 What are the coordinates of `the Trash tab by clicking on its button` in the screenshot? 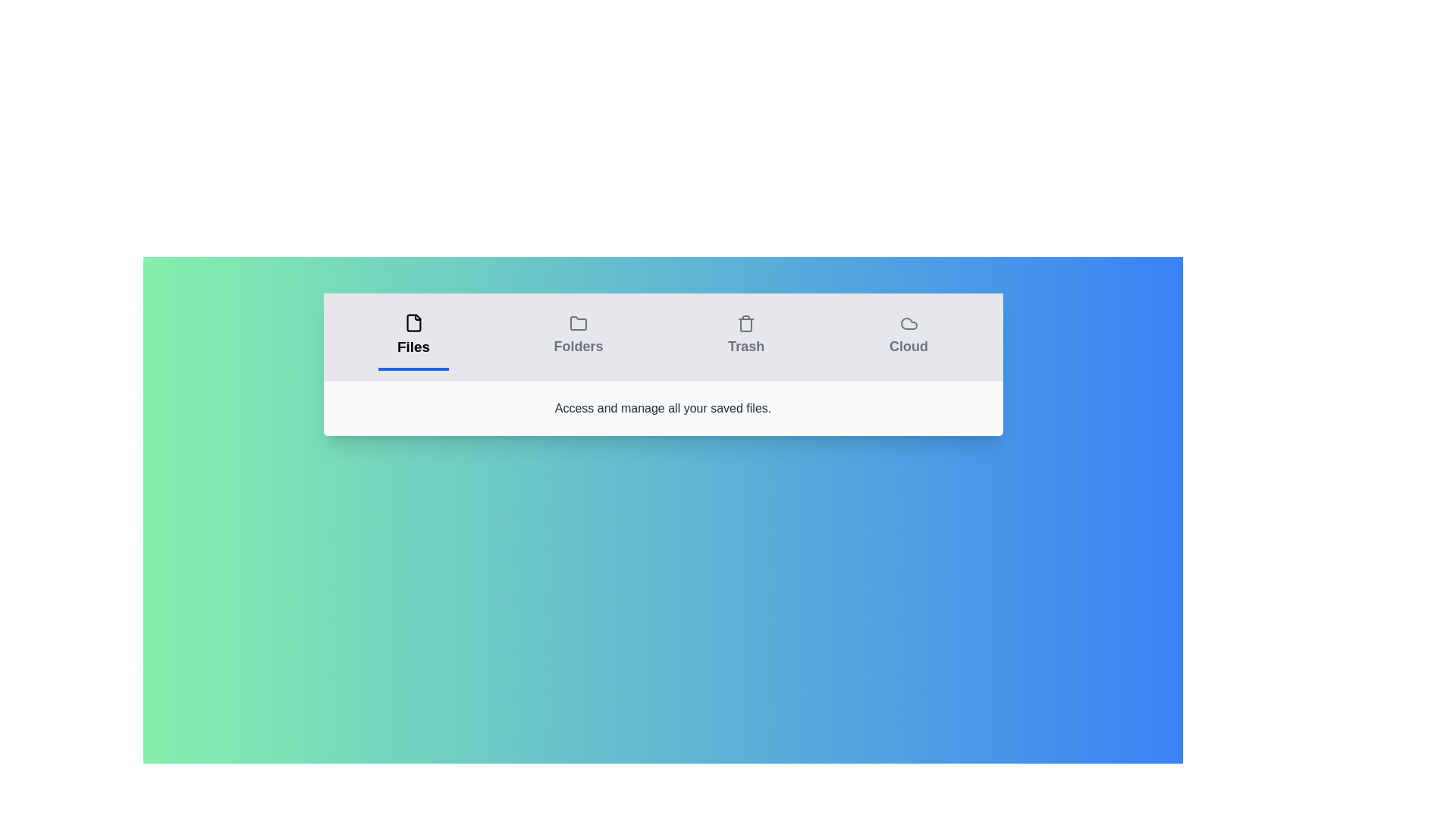 It's located at (746, 336).